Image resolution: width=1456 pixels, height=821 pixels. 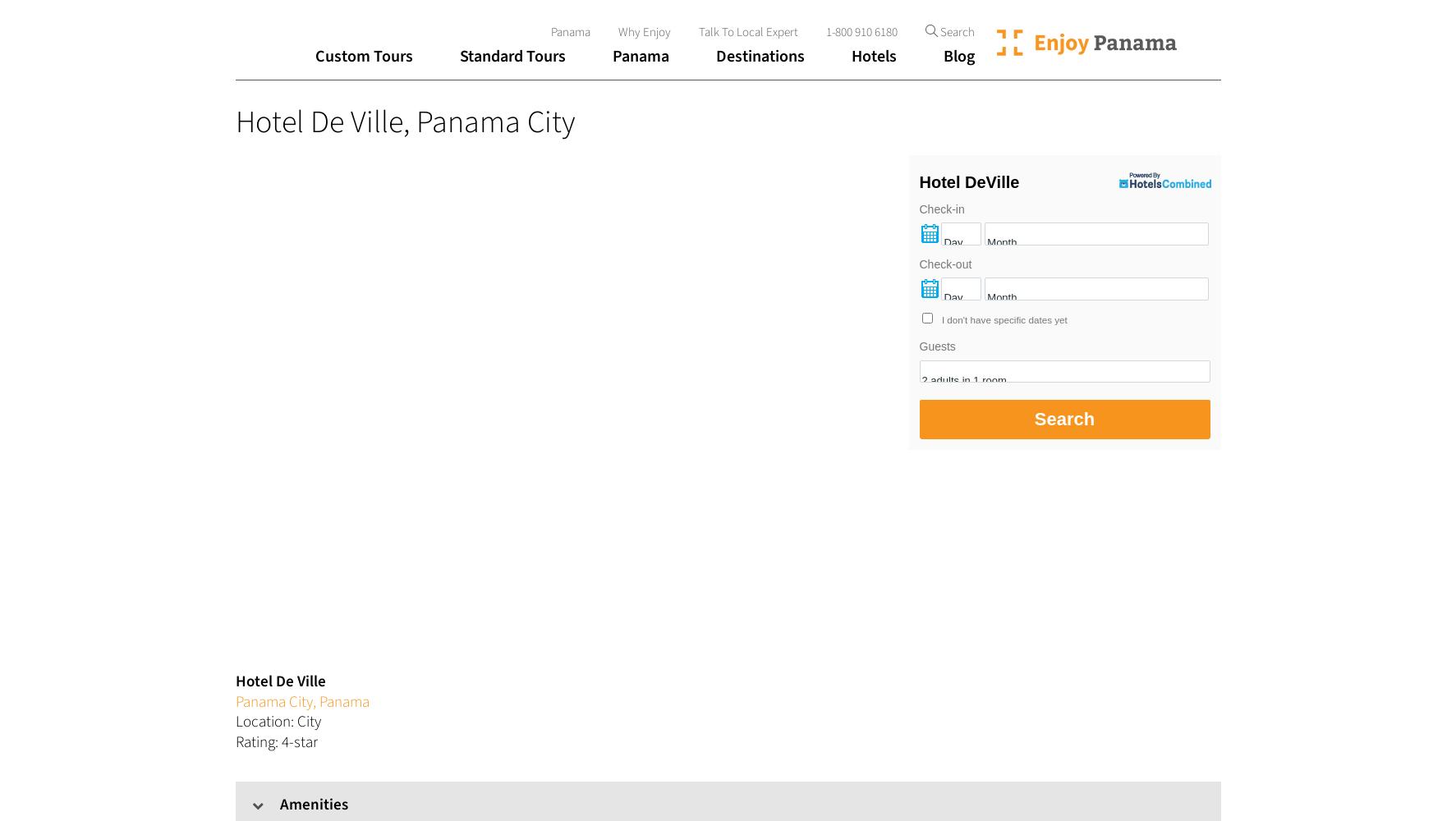 I want to click on 'Activities', so click(x=655, y=108).